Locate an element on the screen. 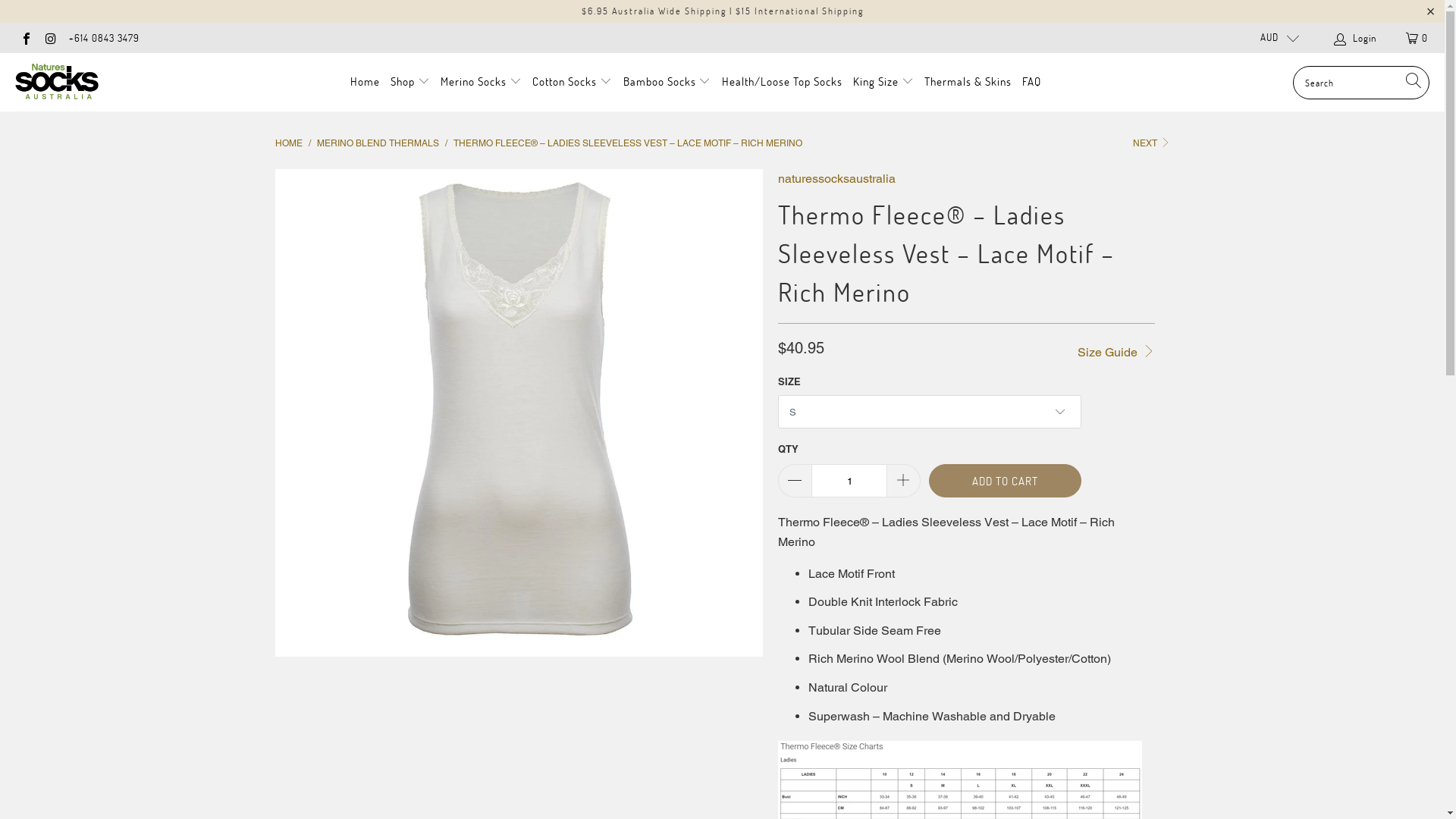 Image resolution: width=1456 pixels, height=819 pixels. '+614 0843 3479' is located at coordinates (103, 37).